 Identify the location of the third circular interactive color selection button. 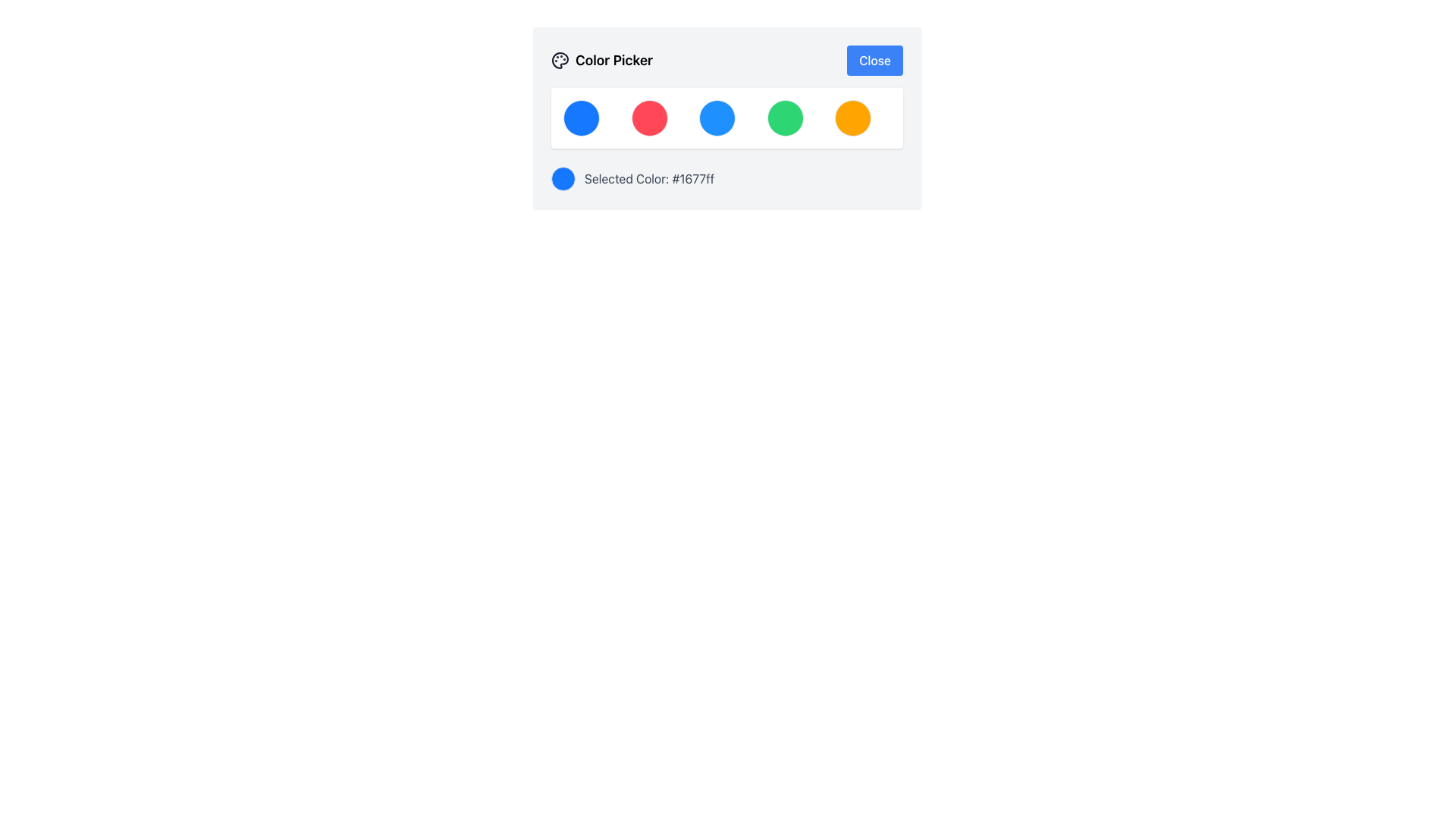
(726, 117).